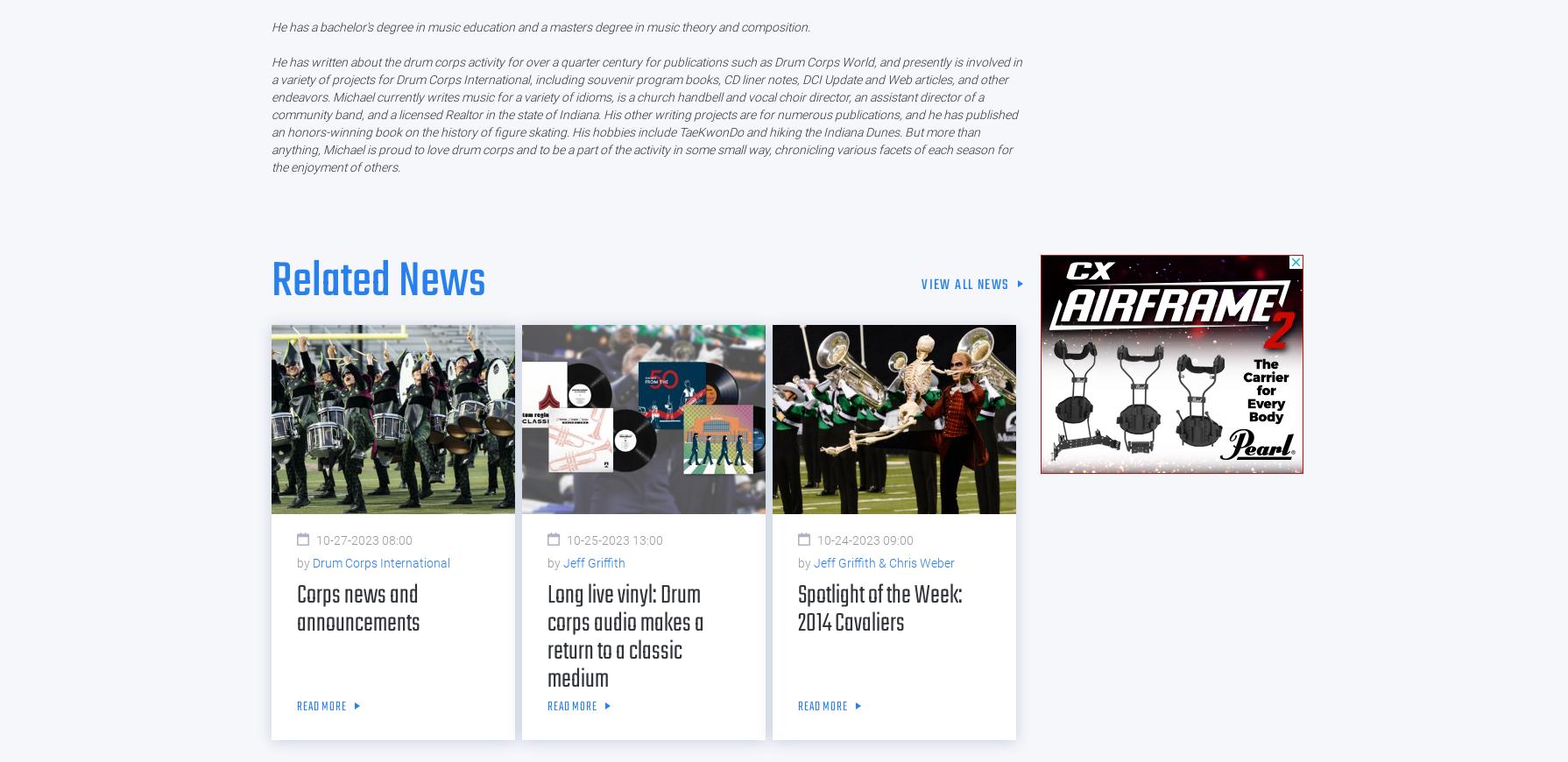 This screenshot has height=762, width=1568. Describe the element at coordinates (540, 25) in the screenshot. I see `'He has a bachelor's degree in music education and a masters degree in music theory and composition.'` at that location.